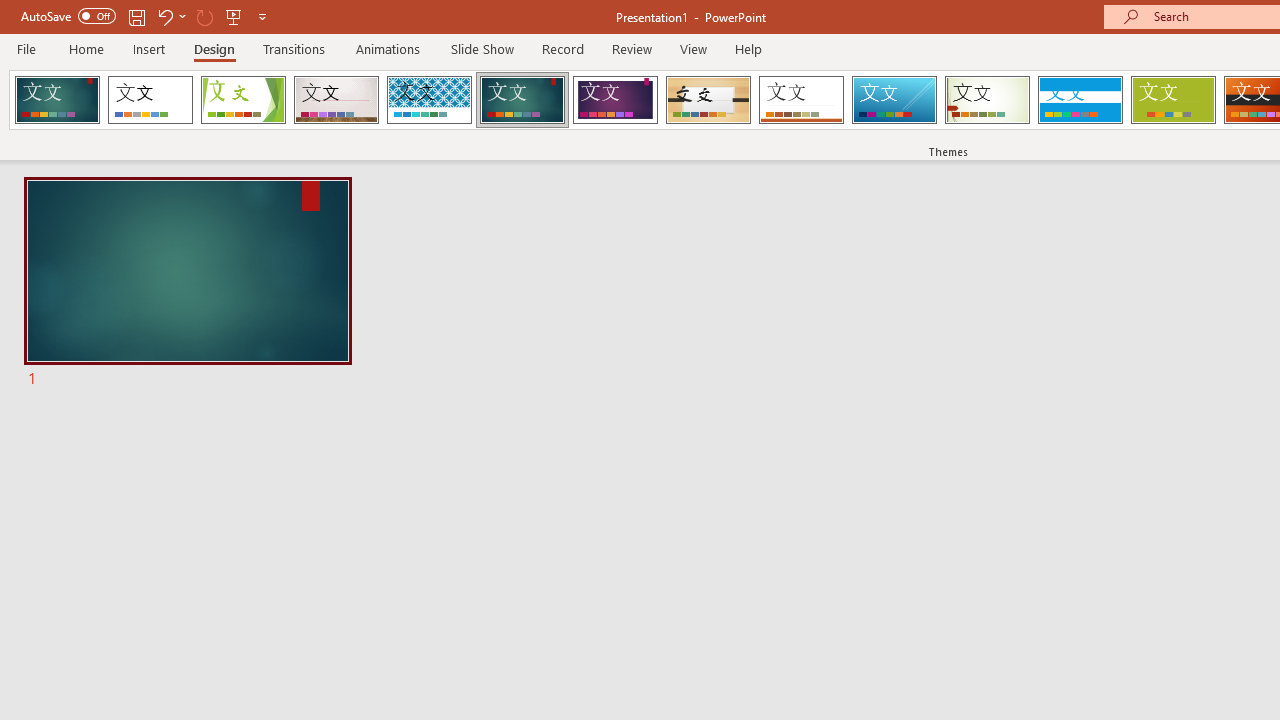 The image size is (1280, 720). What do you see at coordinates (149, 100) in the screenshot?
I see `'Office Theme'` at bounding box center [149, 100].